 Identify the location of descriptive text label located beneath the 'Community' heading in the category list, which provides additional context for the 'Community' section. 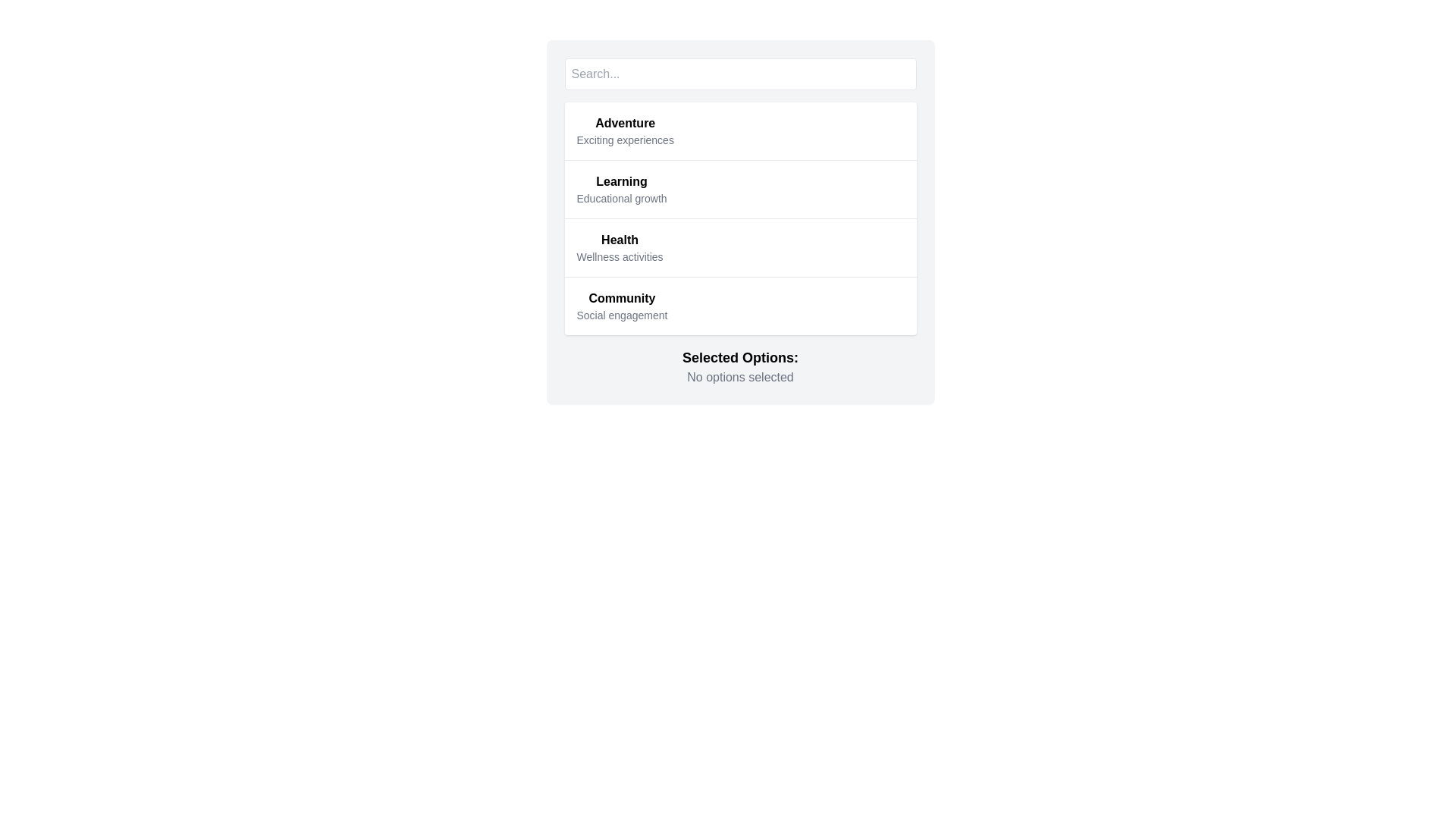
(622, 315).